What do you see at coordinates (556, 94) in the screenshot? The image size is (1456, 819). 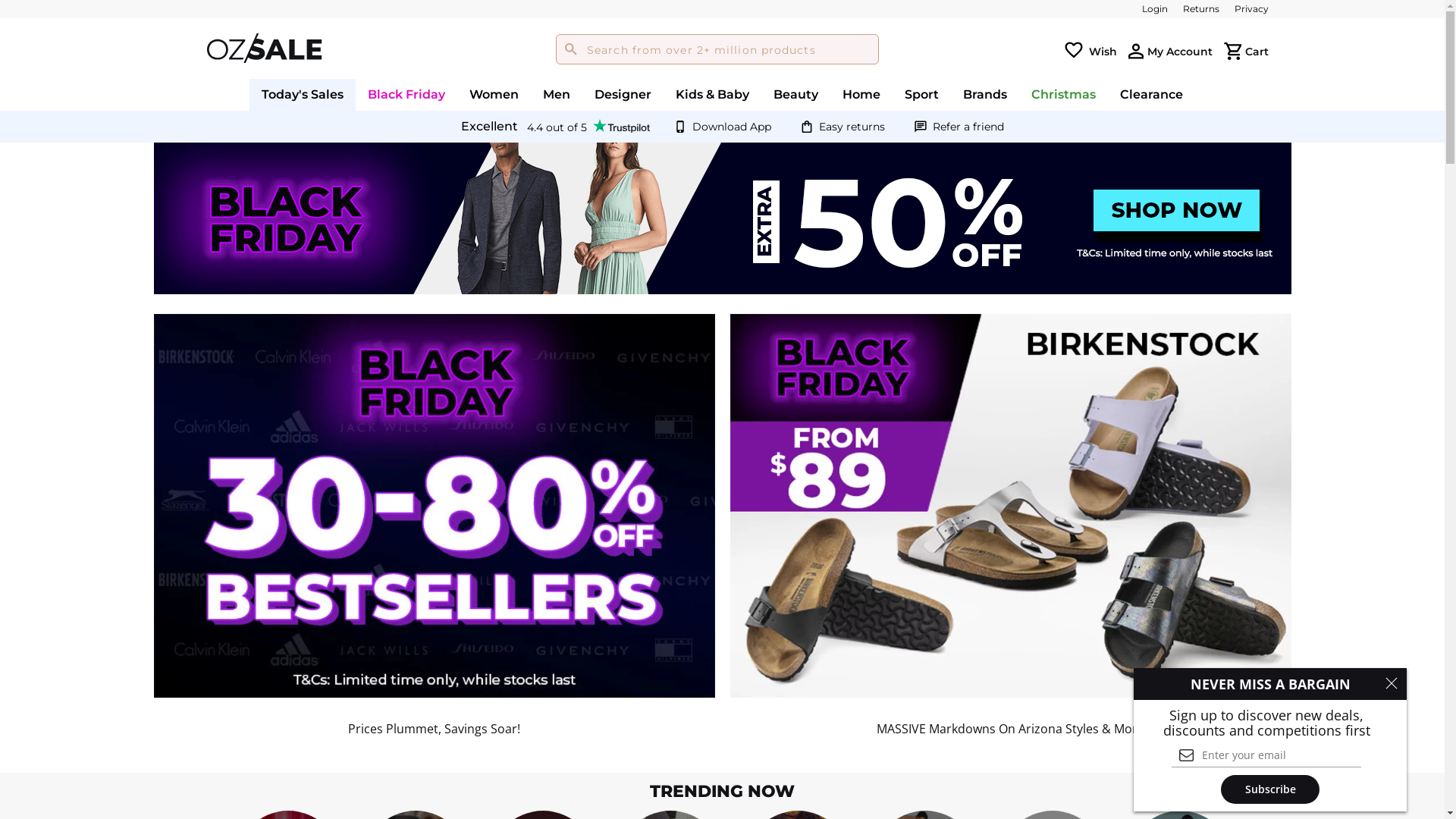 I see `'Men'` at bounding box center [556, 94].